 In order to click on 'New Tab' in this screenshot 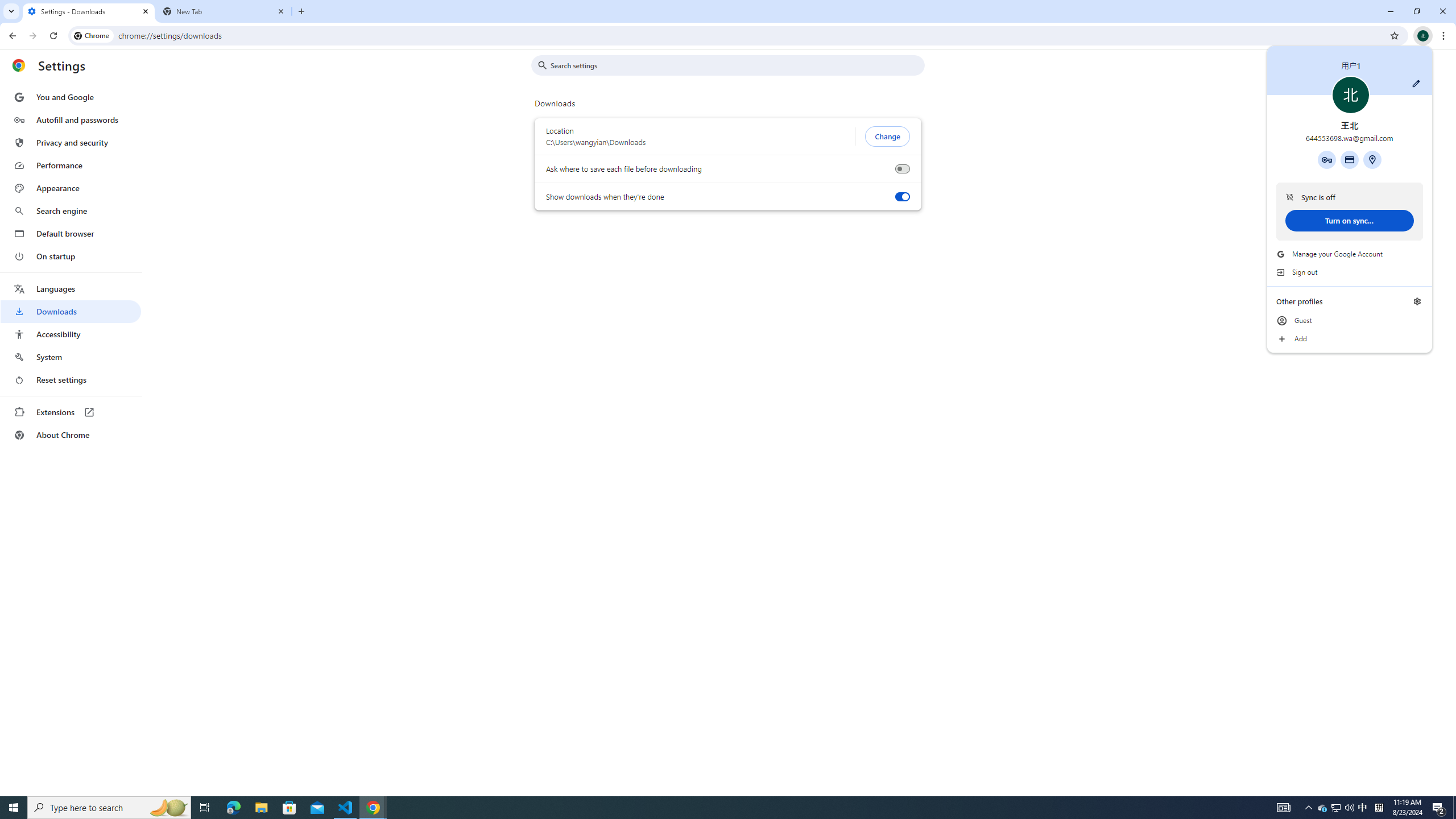, I will do `click(224, 11)`.